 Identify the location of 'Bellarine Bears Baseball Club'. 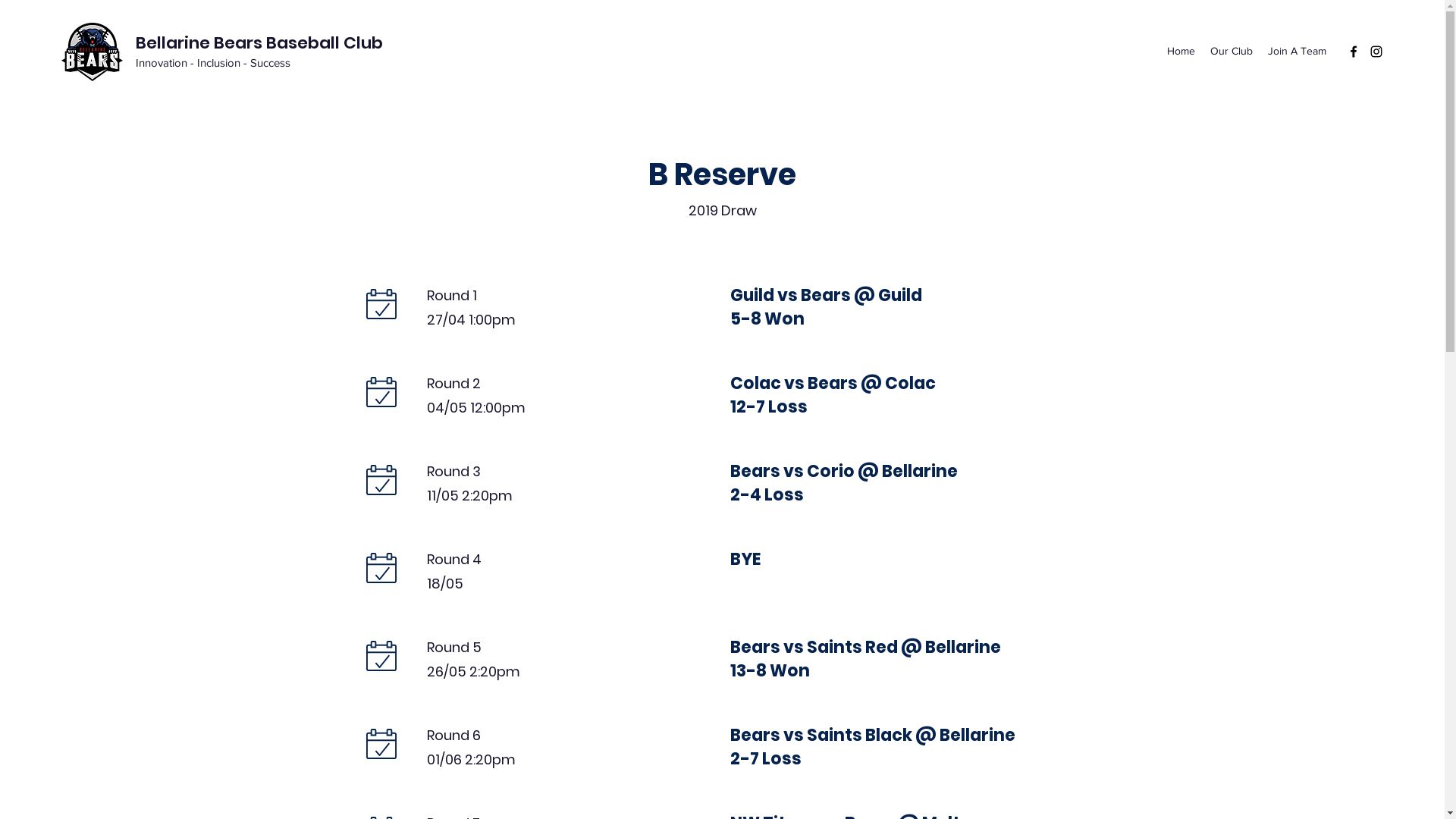
(259, 42).